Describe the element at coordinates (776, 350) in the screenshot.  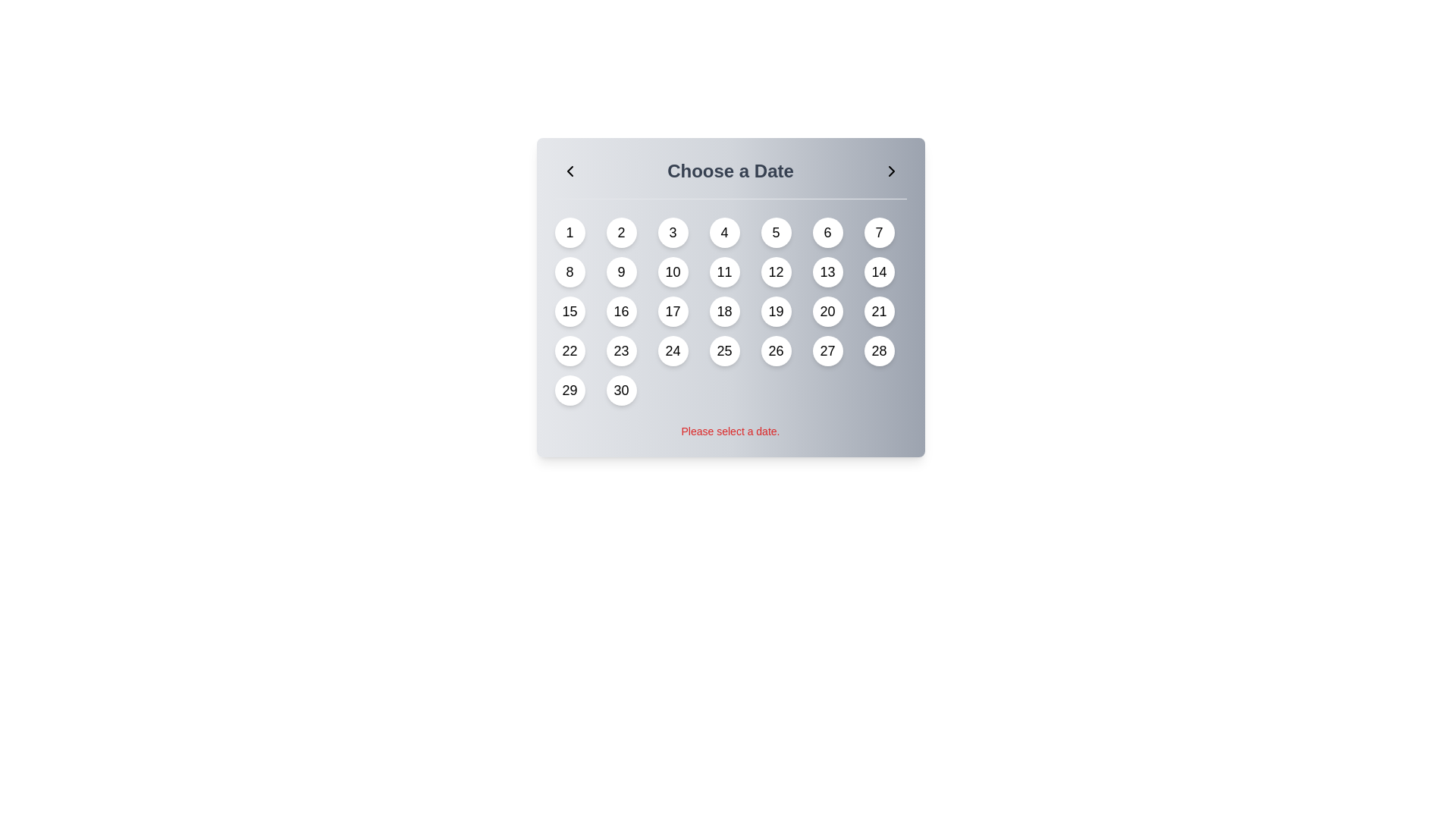
I see `the button located in the fourth row and fifth column of the calendar grid` at that location.